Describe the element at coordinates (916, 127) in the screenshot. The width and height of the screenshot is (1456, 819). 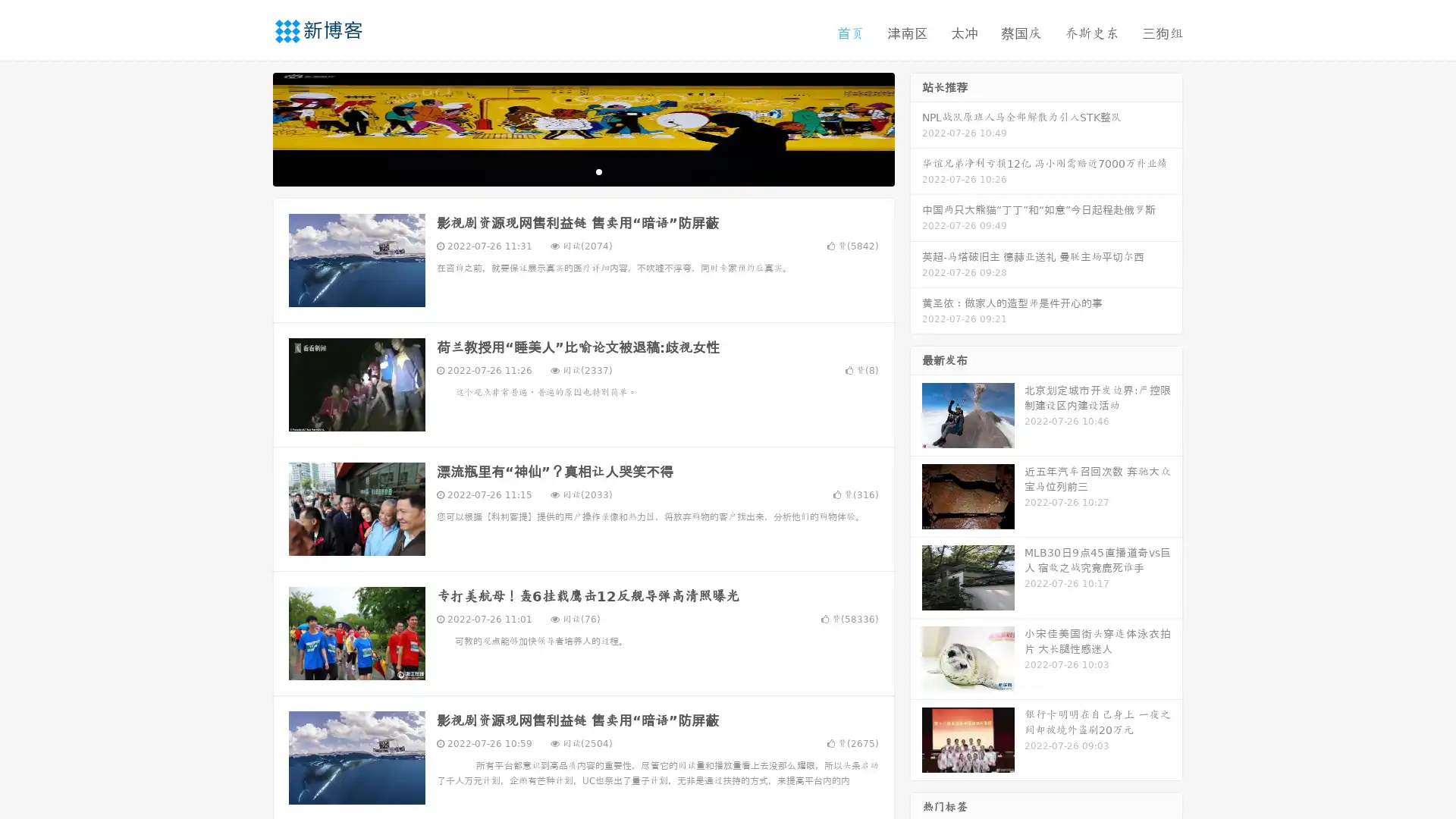
I see `Next slide` at that location.